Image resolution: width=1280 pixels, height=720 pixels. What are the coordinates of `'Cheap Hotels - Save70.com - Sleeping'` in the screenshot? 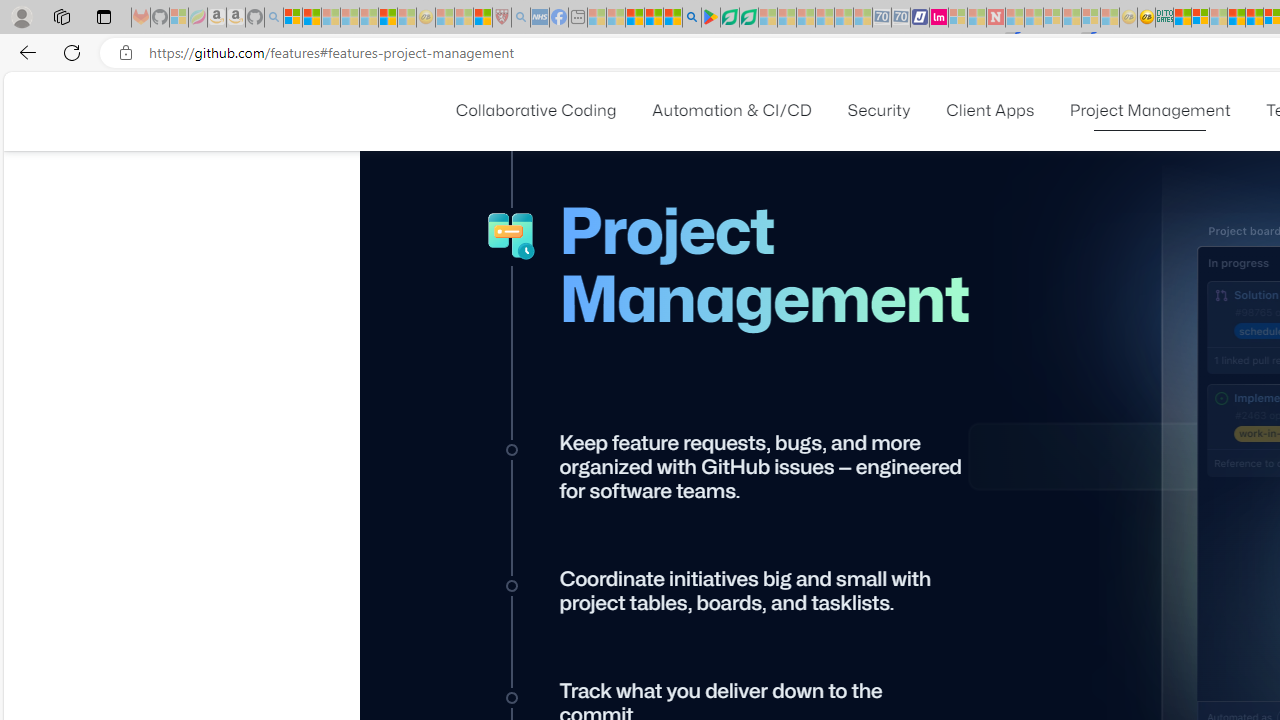 It's located at (900, 17).